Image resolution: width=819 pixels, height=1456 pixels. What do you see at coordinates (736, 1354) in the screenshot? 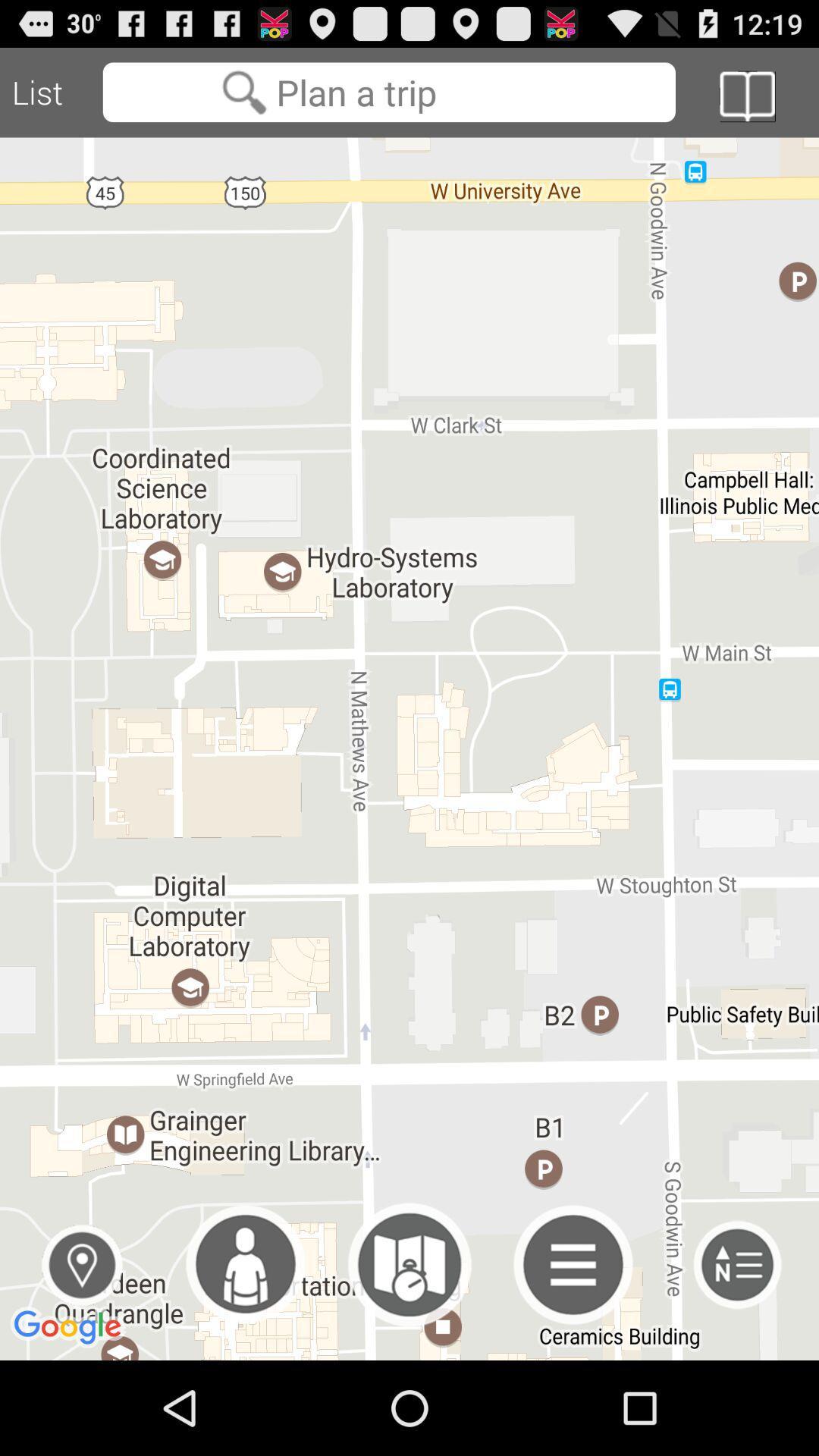
I see `the list icon` at bounding box center [736, 1354].